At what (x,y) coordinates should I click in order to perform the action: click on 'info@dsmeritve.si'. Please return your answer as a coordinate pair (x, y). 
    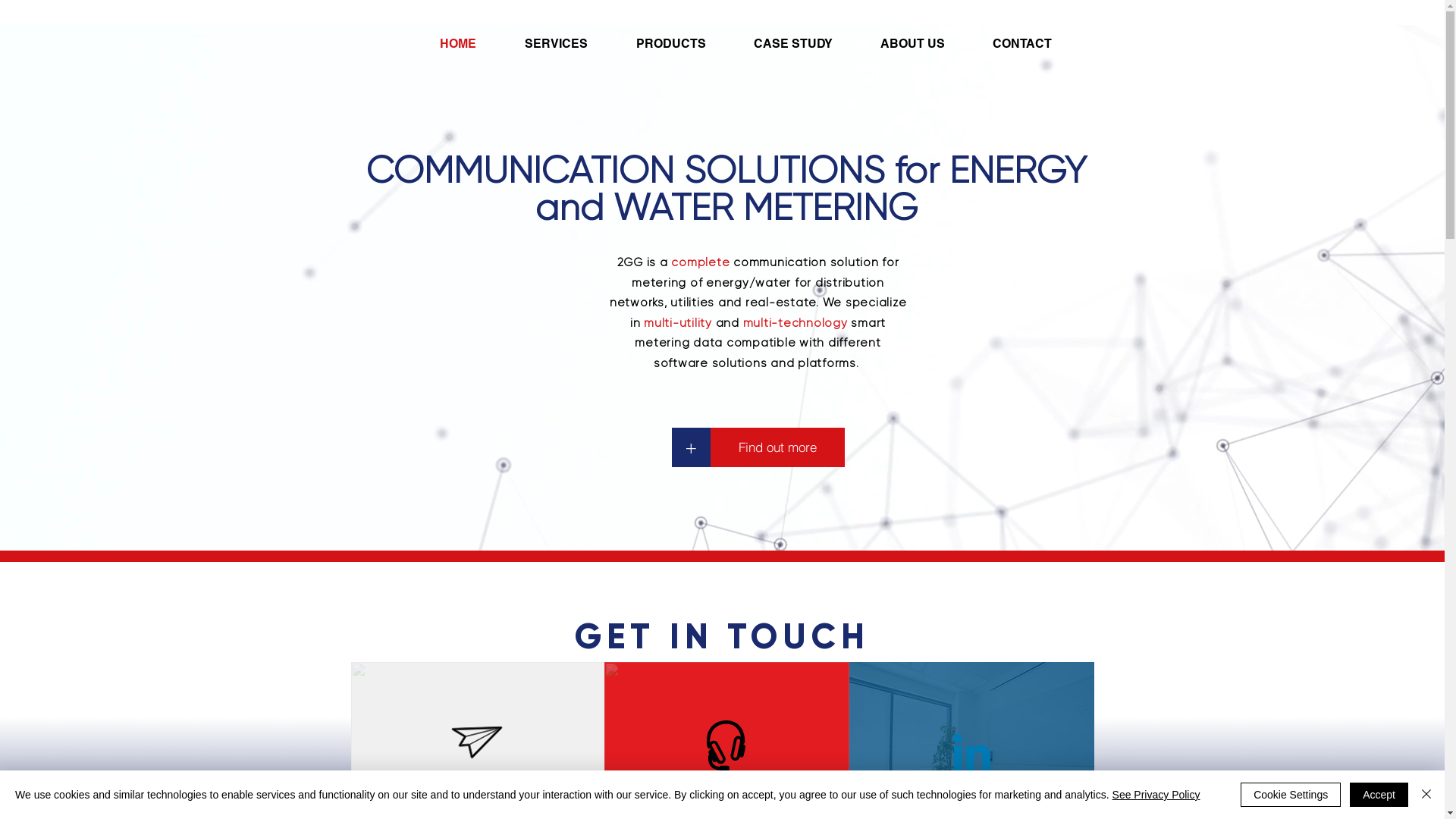
    Looking at the image, I should click on (475, 788).